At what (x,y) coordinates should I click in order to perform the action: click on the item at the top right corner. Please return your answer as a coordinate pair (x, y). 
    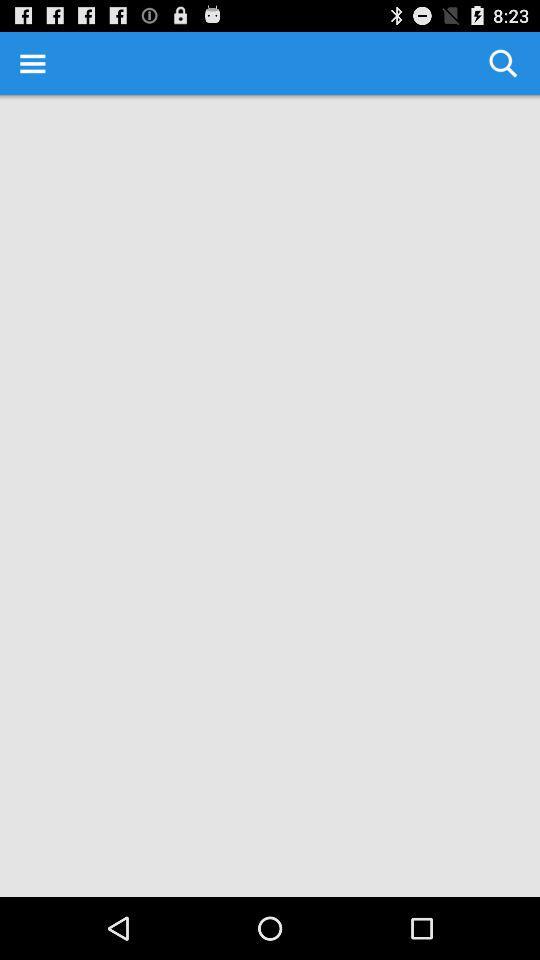
    Looking at the image, I should click on (502, 62).